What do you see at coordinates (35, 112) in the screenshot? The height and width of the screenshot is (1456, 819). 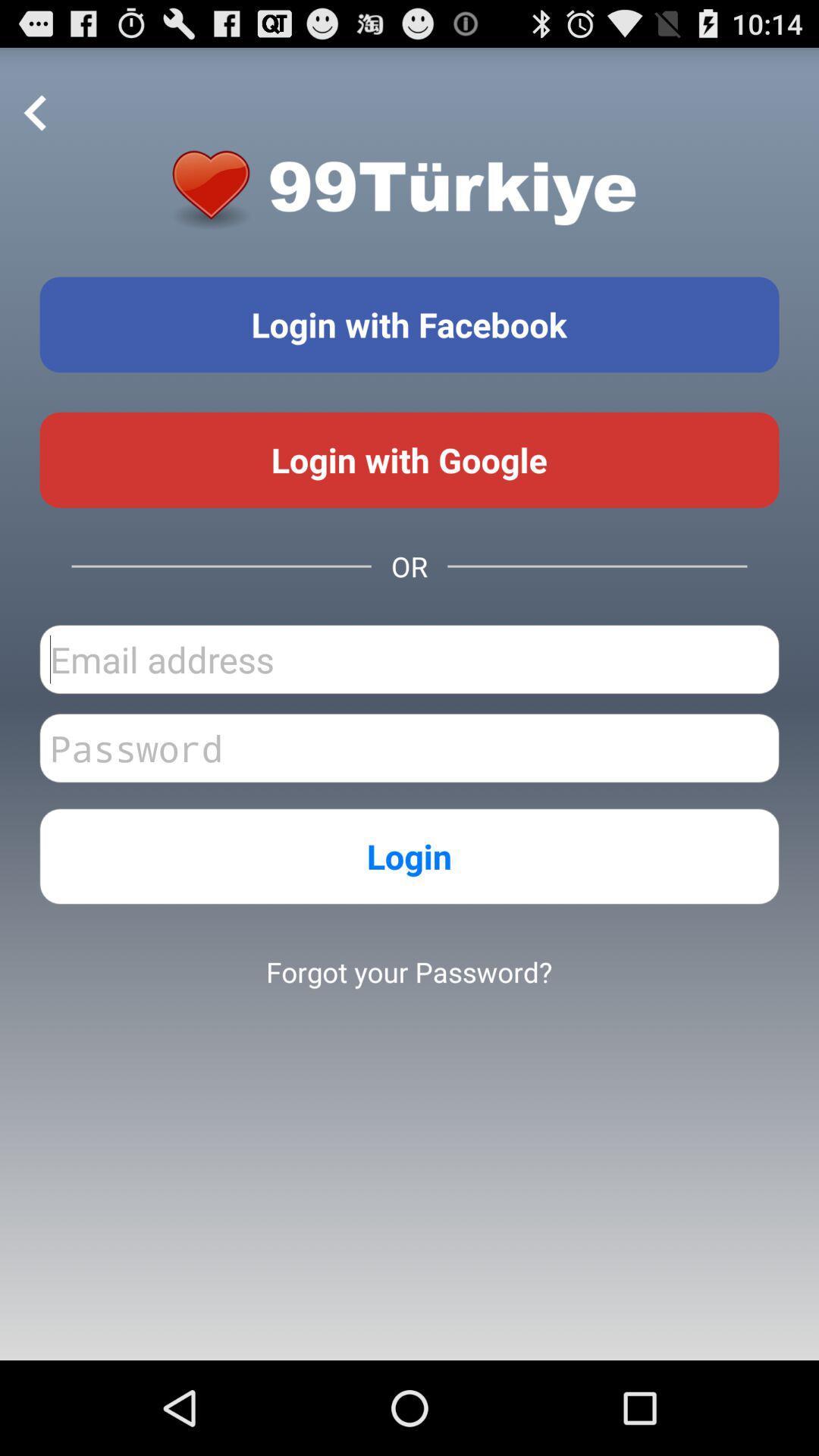 I see `the item at the top left corner` at bounding box center [35, 112].